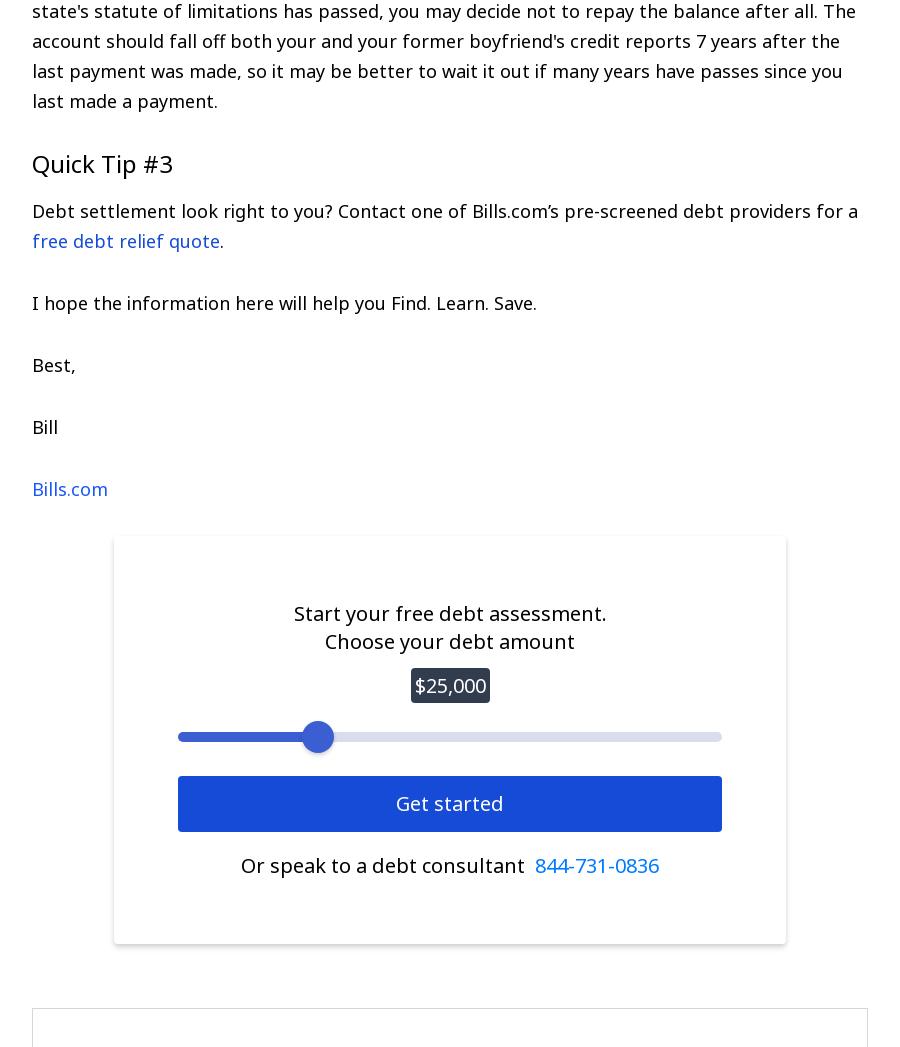 Image resolution: width=900 pixels, height=1047 pixels. What do you see at coordinates (53, 364) in the screenshot?
I see `'Best,'` at bounding box center [53, 364].